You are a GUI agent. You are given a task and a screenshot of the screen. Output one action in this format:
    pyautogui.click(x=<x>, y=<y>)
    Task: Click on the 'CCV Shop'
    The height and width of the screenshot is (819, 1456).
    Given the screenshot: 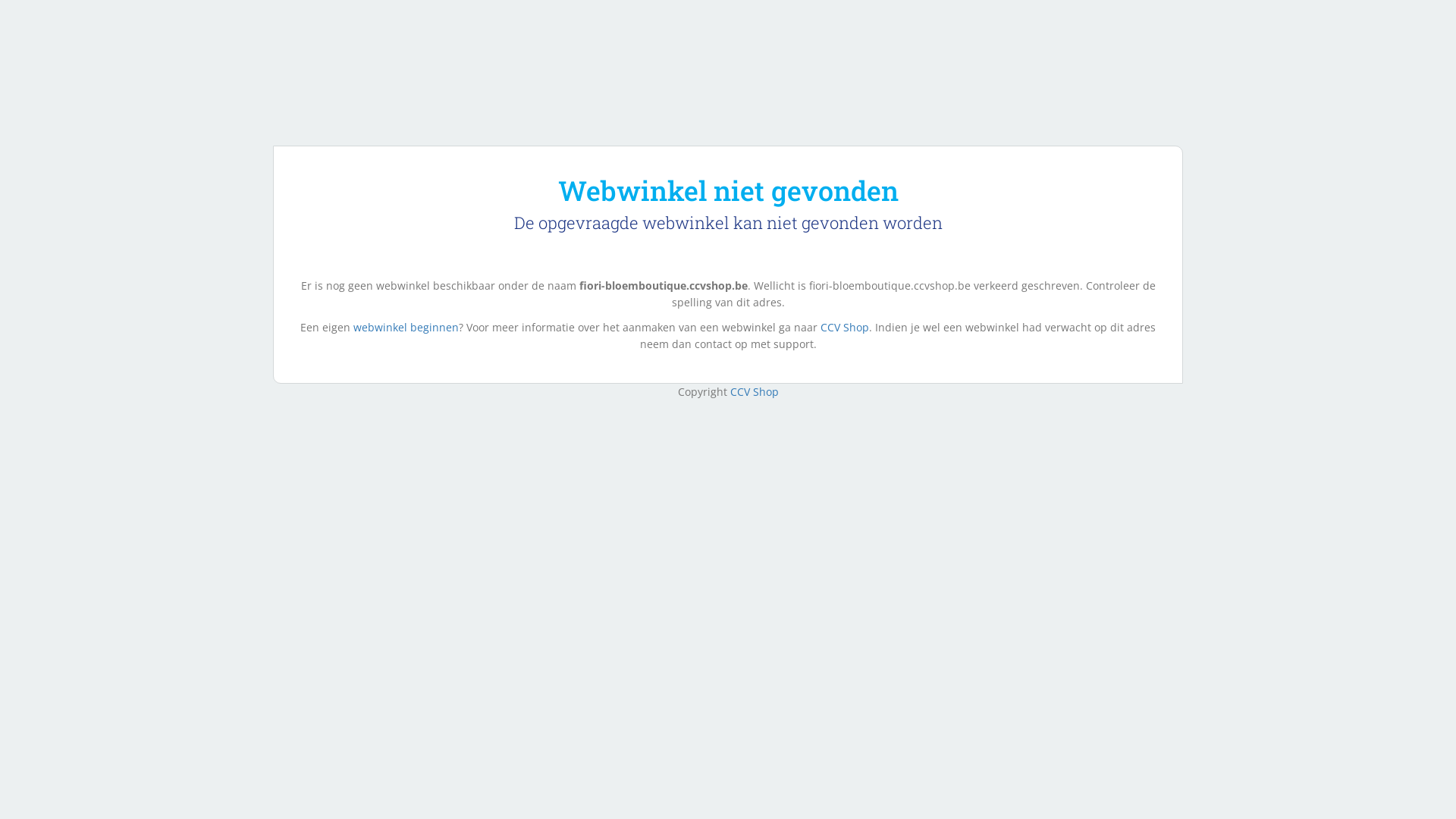 What is the action you would take?
    pyautogui.click(x=753, y=391)
    